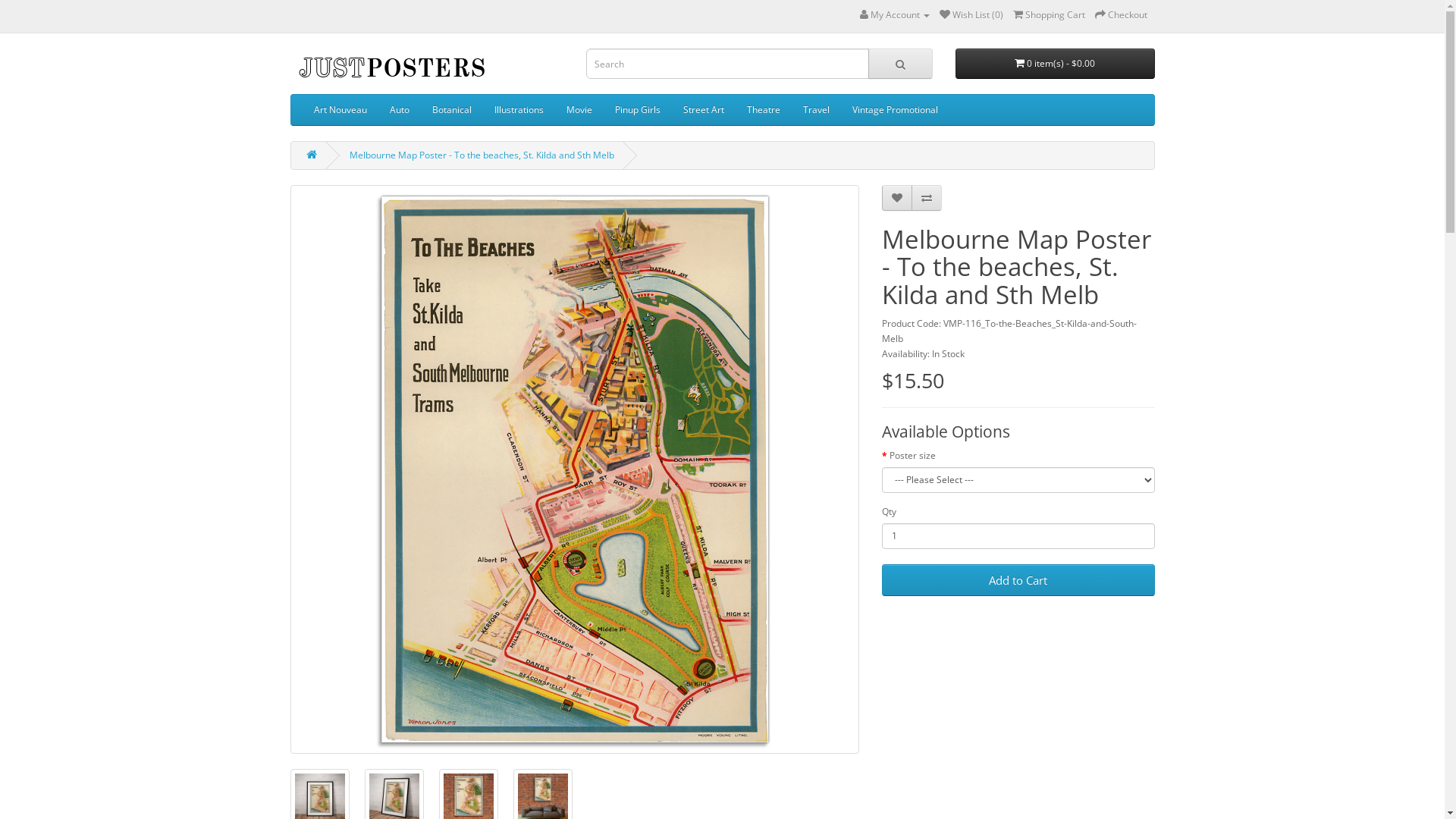  Describe the element at coordinates (637, 109) in the screenshot. I see `'Pinup Girls'` at that location.